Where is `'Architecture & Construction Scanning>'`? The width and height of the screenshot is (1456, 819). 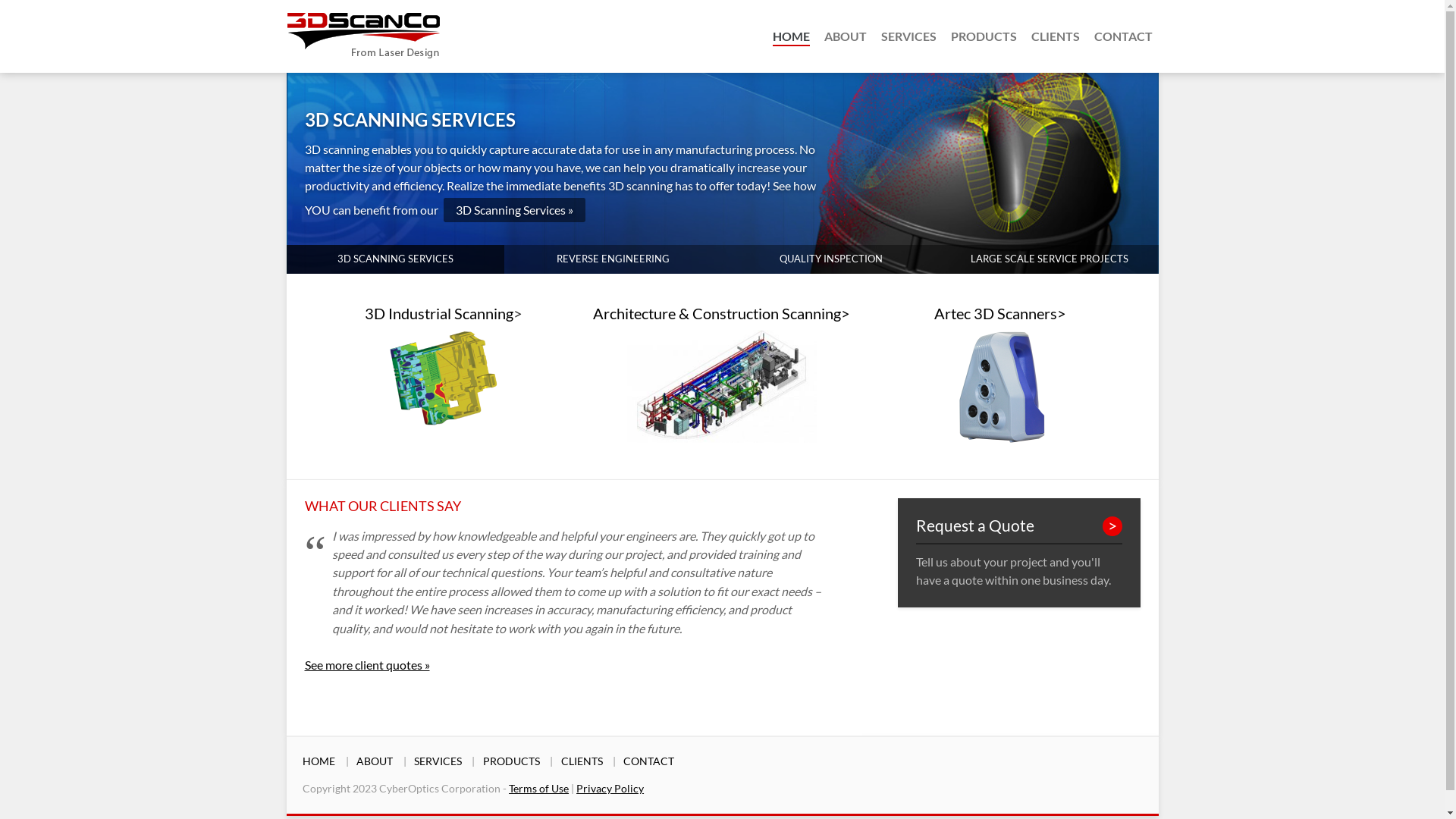
'Architecture & Construction Scanning>' is located at coordinates (720, 312).